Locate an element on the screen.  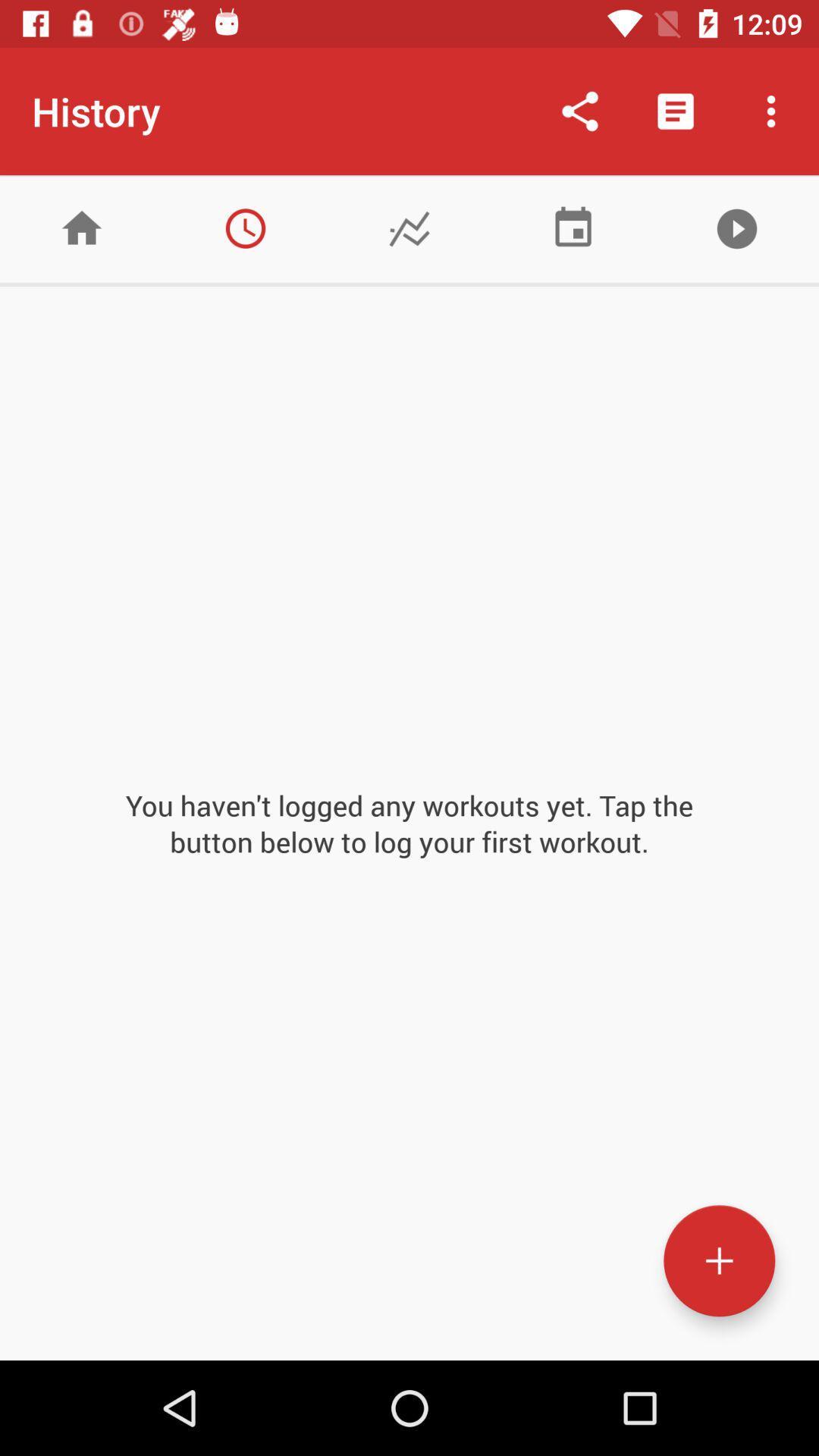
the app to the right of the history app is located at coordinates (579, 111).